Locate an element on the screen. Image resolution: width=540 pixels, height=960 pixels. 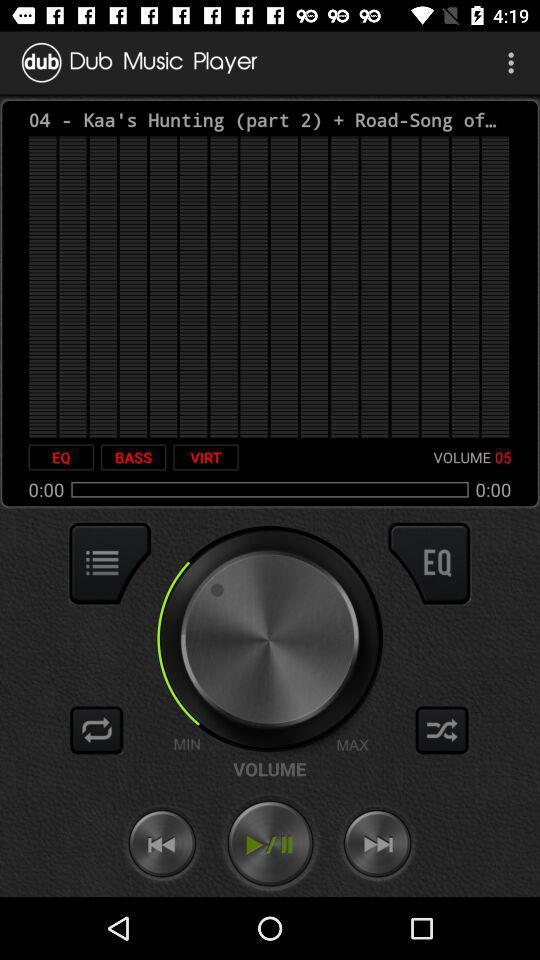
the icon to the left of the  bass is located at coordinates (61, 457).